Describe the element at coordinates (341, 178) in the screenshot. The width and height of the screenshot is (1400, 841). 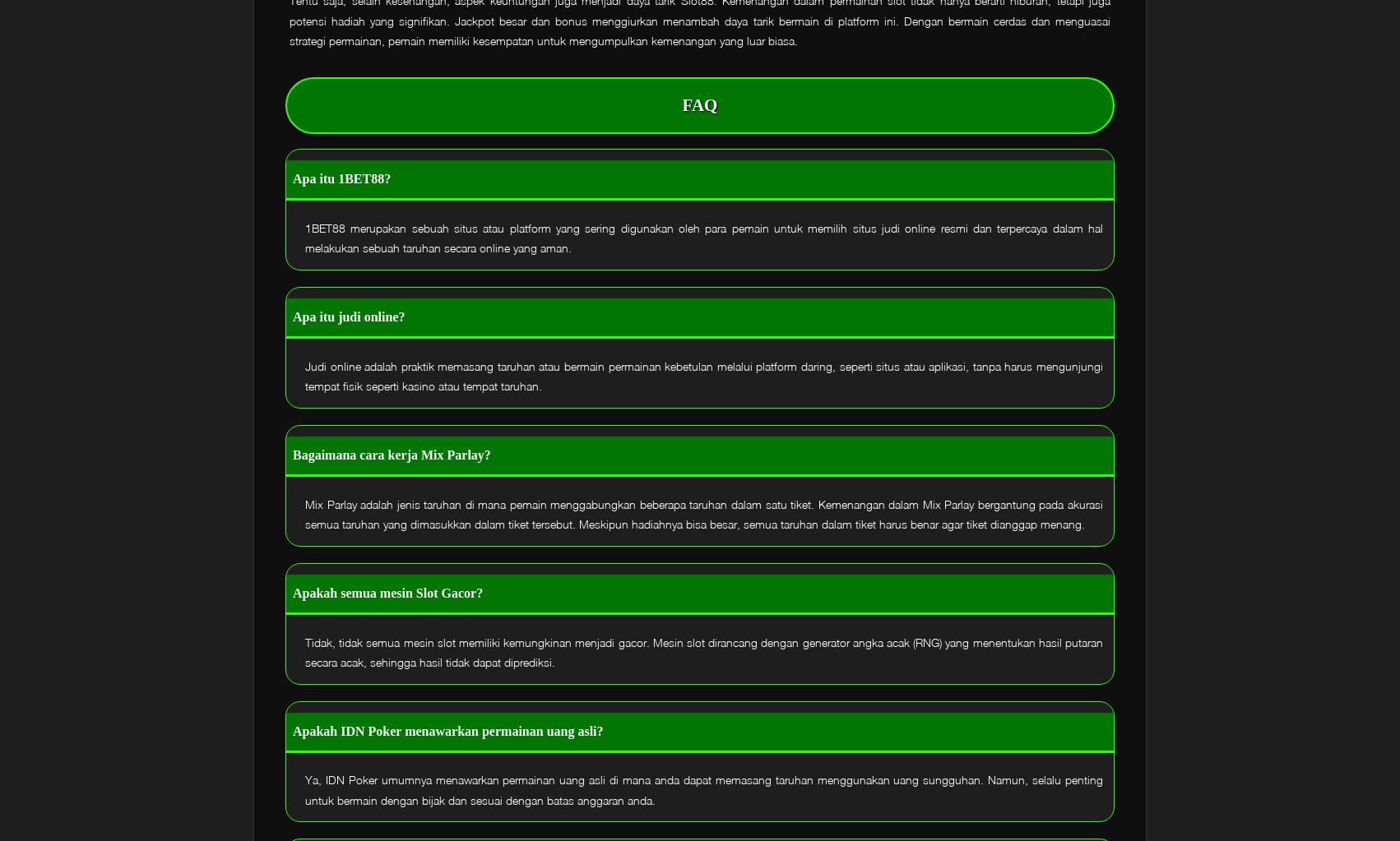
I see `'Apa itu 1BET88?'` at that location.